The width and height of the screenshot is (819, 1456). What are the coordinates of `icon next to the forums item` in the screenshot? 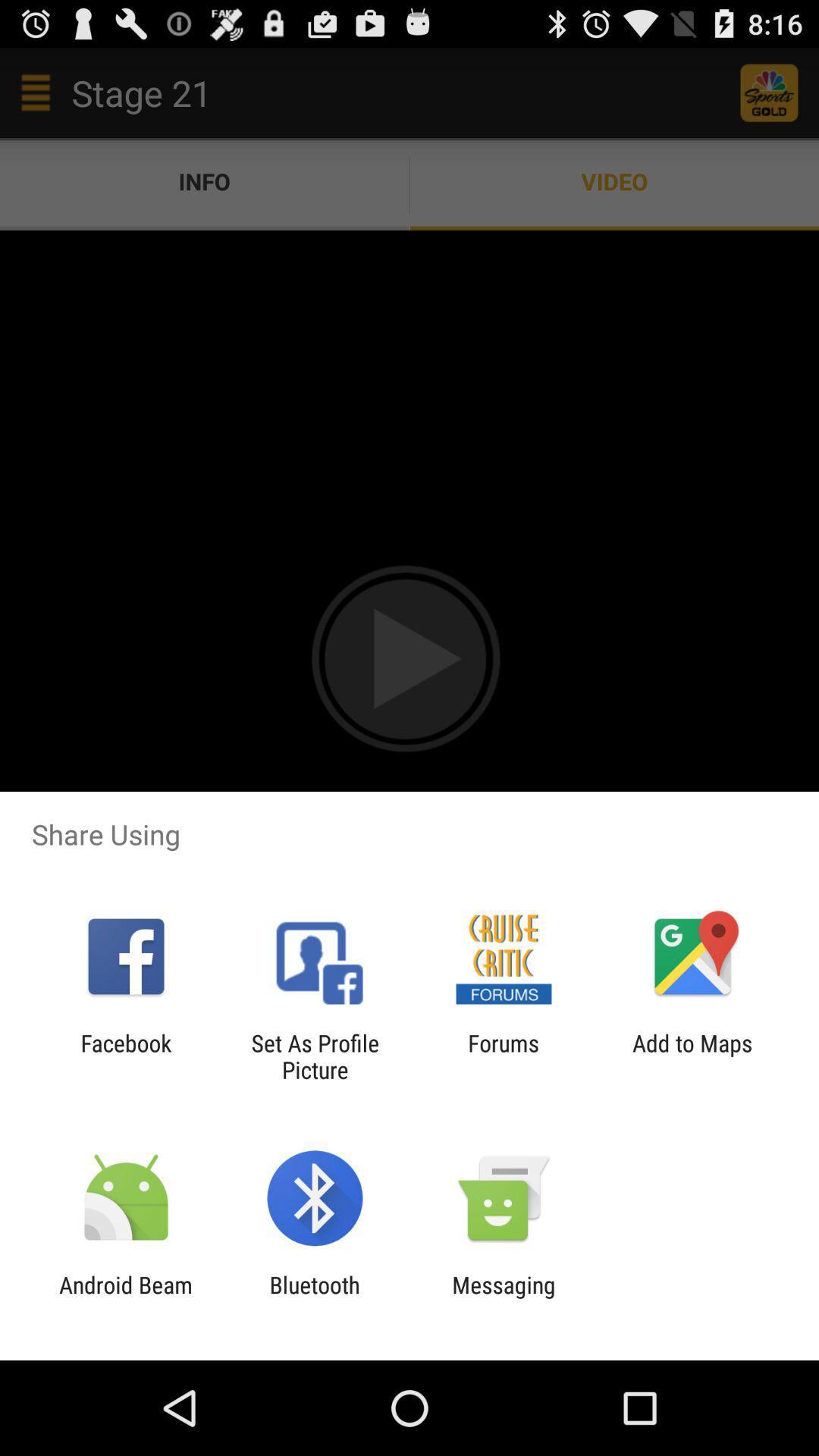 It's located at (692, 1056).